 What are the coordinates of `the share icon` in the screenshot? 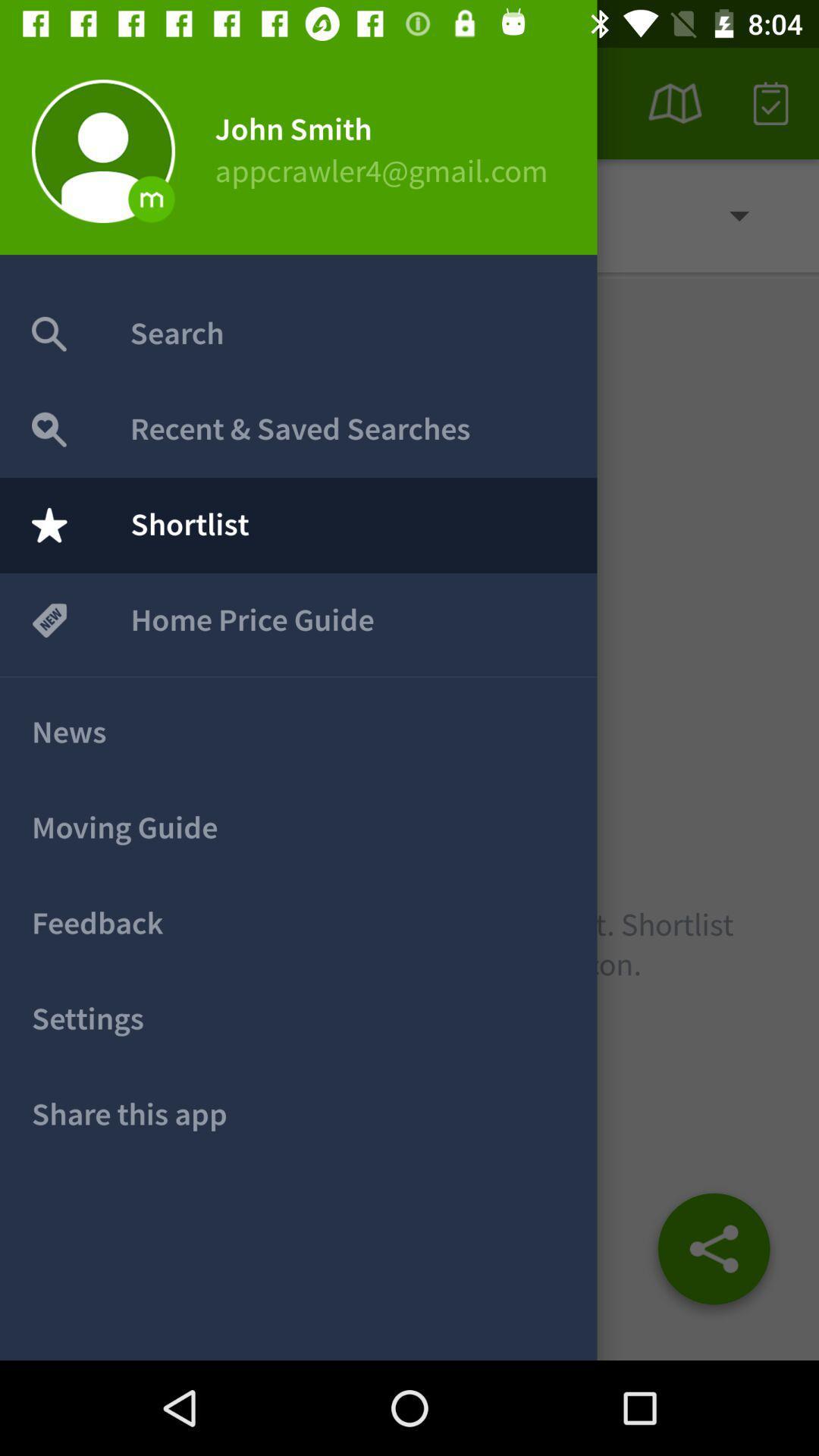 It's located at (714, 1254).